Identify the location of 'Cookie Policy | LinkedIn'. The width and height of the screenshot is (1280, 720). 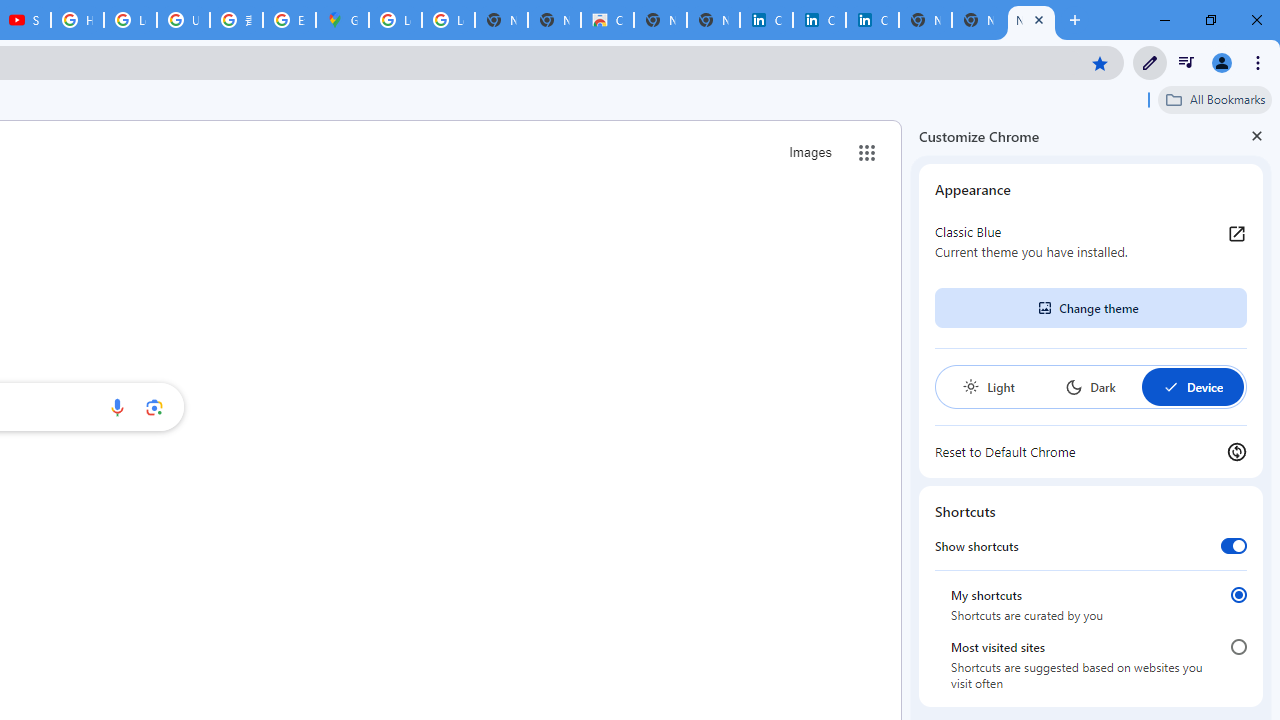
(819, 20).